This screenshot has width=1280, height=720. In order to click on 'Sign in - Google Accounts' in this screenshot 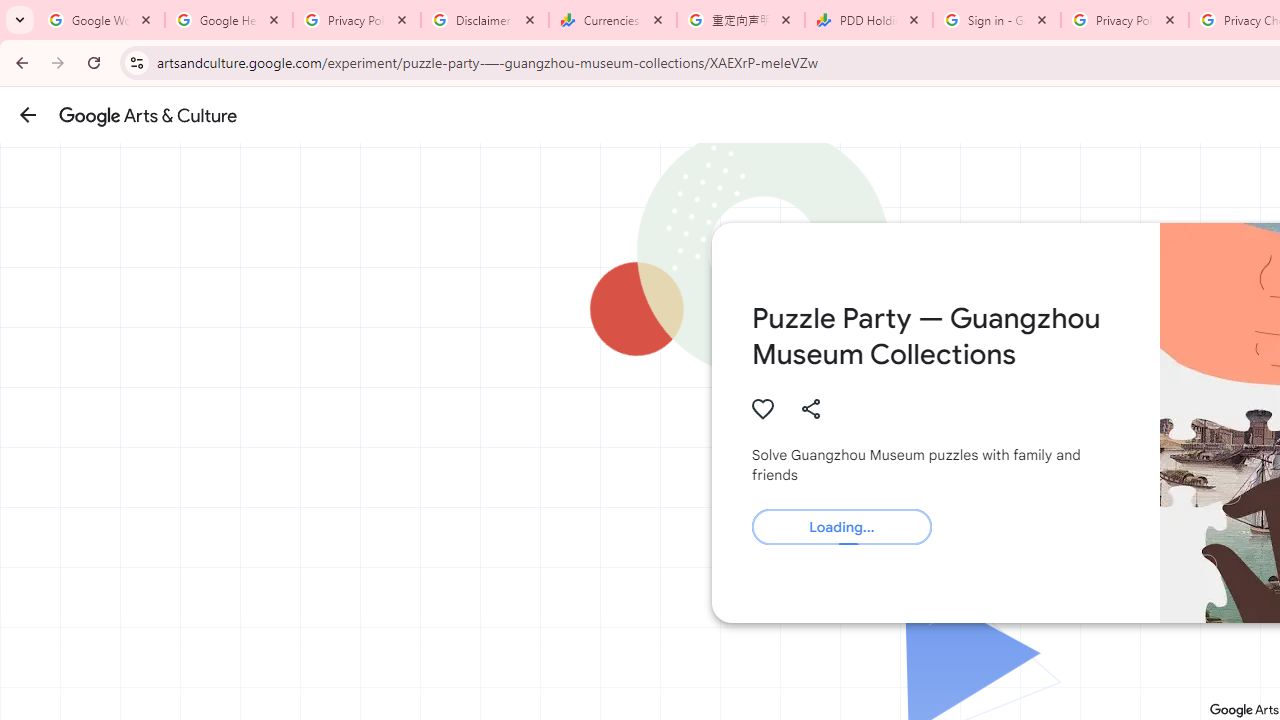, I will do `click(997, 20)`.